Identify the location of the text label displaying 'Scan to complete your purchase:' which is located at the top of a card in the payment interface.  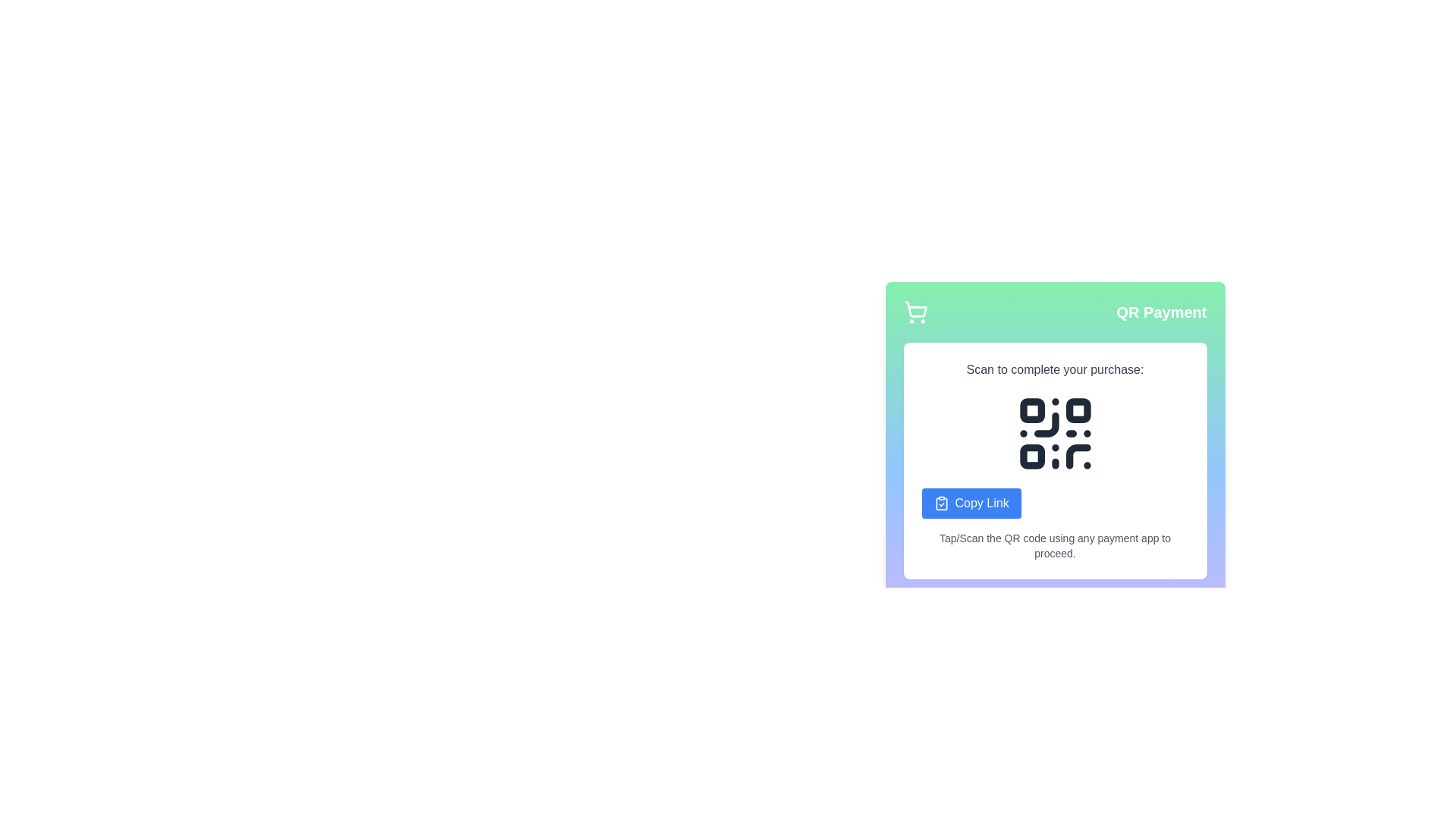
(1054, 370).